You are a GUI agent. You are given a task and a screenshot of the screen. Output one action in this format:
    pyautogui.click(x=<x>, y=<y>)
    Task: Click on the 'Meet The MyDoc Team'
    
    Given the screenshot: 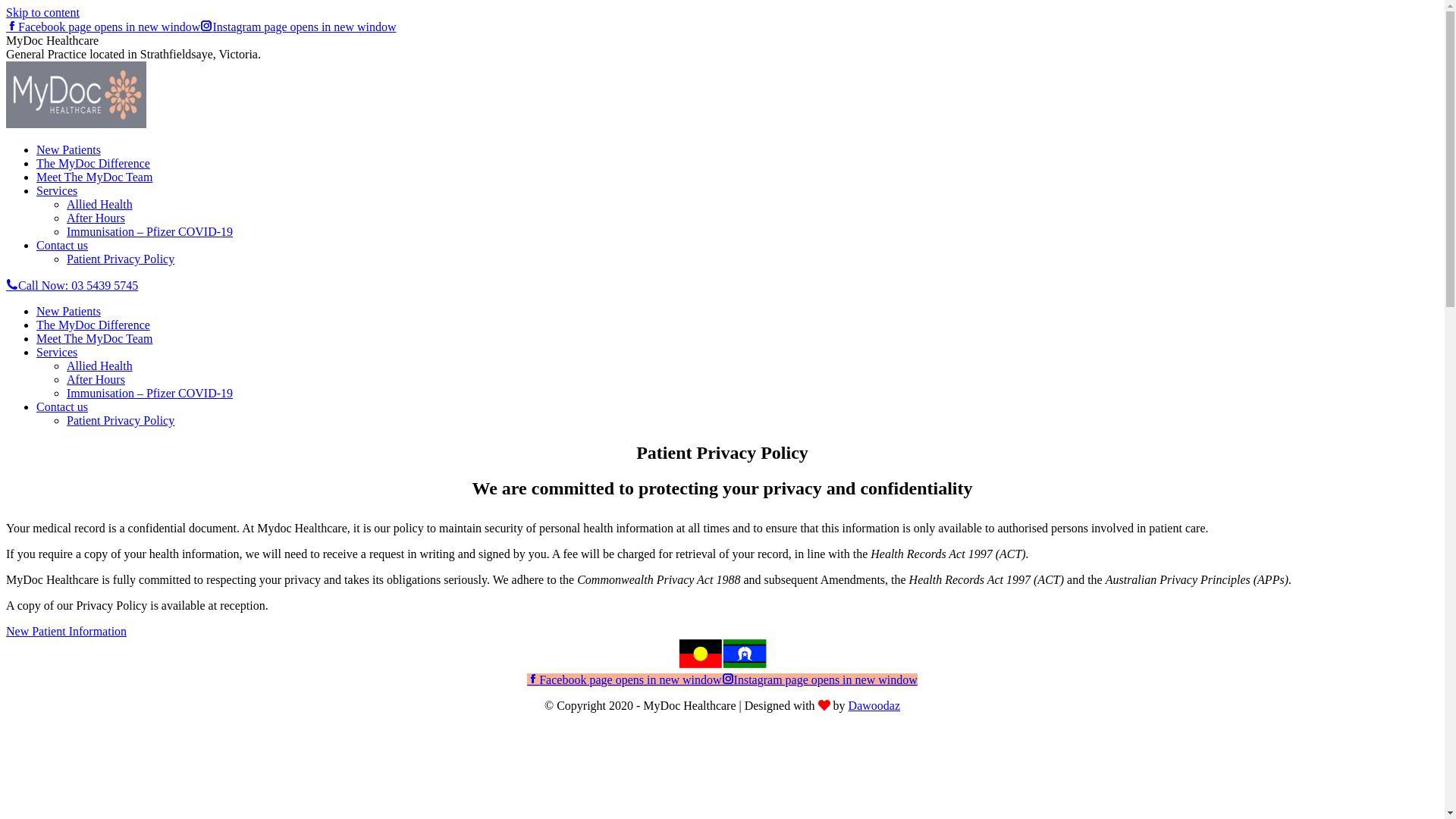 What is the action you would take?
    pyautogui.click(x=93, y=337)
    